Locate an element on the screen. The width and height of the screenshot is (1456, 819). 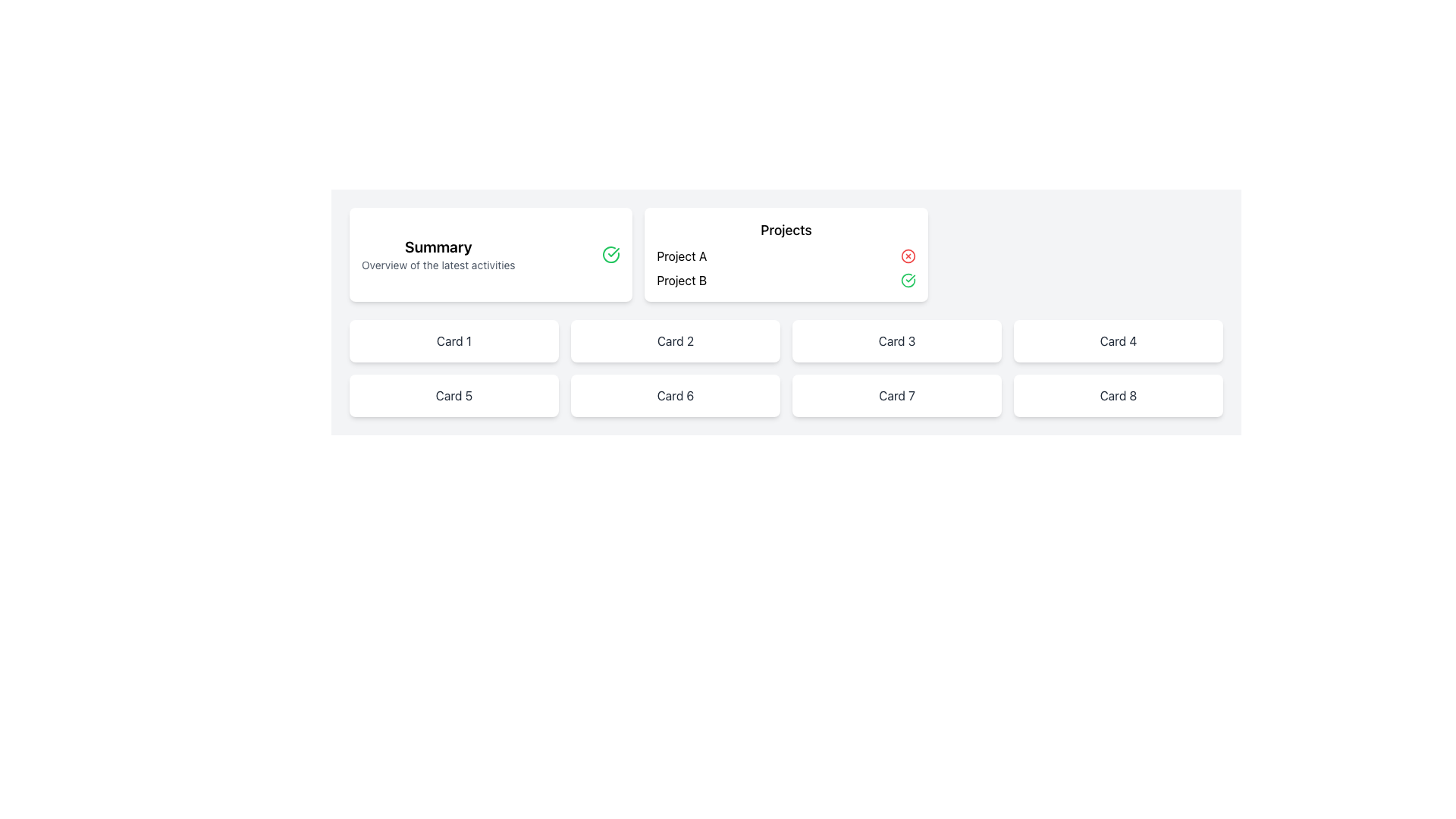
the main heading text label located at the top-left of the card, which summarizes the content above the 'Overview of the latest activities' text is located at coordinates (438, 246).